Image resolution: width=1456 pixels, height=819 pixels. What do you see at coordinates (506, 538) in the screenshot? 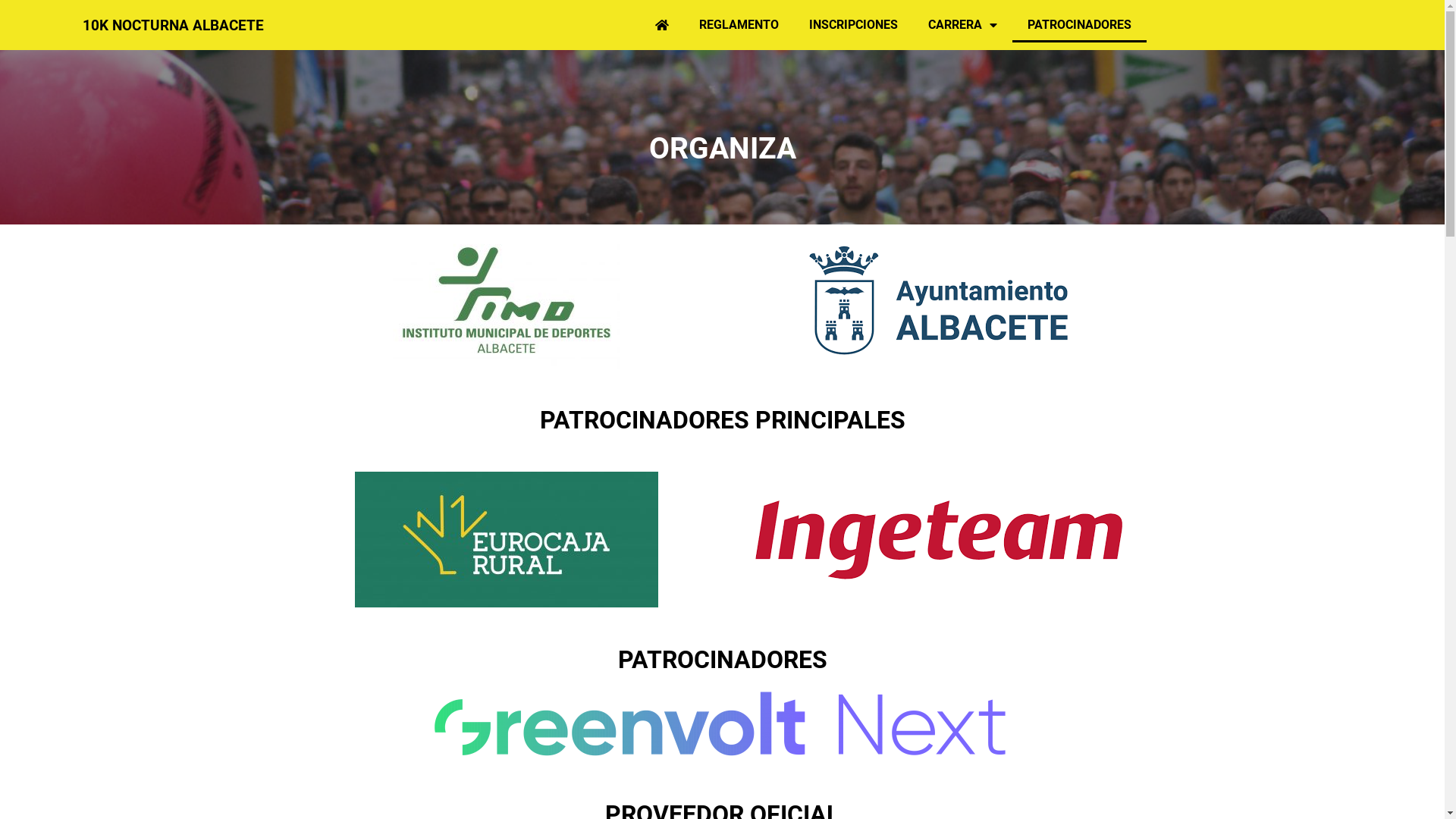
I see `'imagotipo EUROCAJA RURAL cuadrado 335c'` at bounding box center [506, 538].